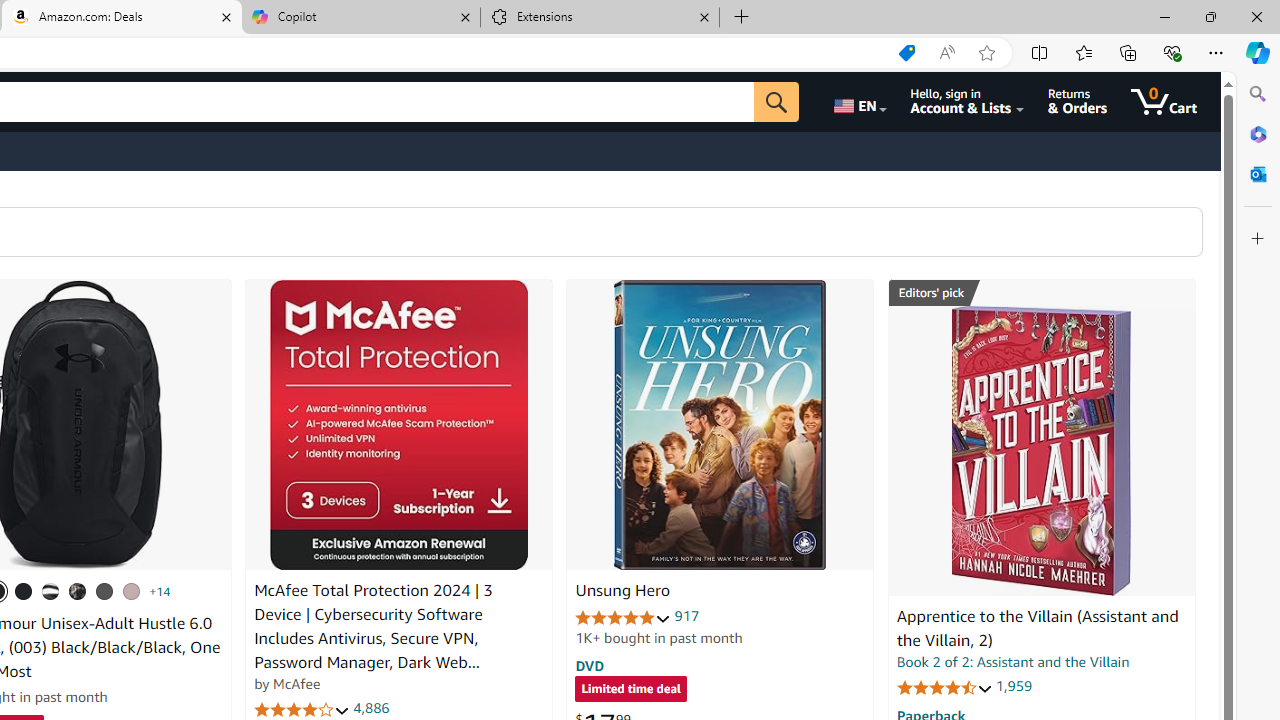 This screenshot has height=720, width=1280. Describe the element at coordinates (78, 590) in the screenshot. I see `'(004) Black / Black / Metallic Gold'` at that location.